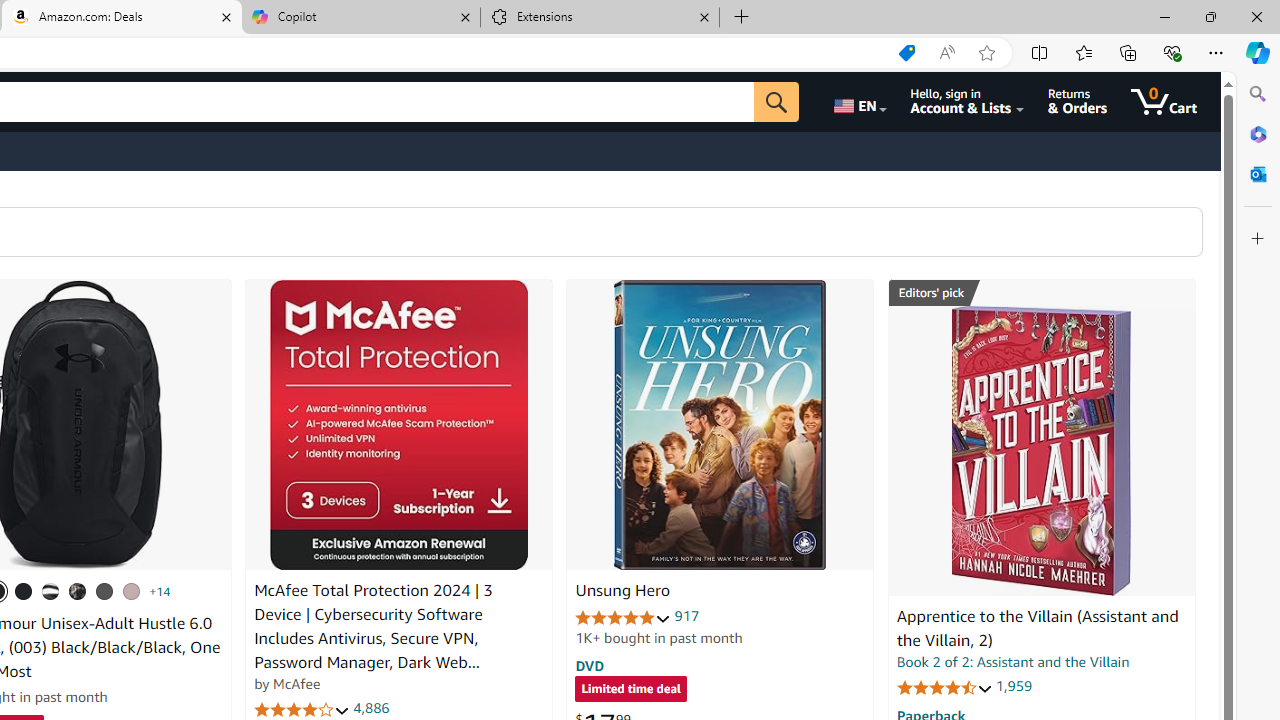 This screenshot has height=720, width=1280. Describe the element at coordinates (78, 590) in the screenshot. I see `'(004) Black / Black / Metallic Gold'` at that location.